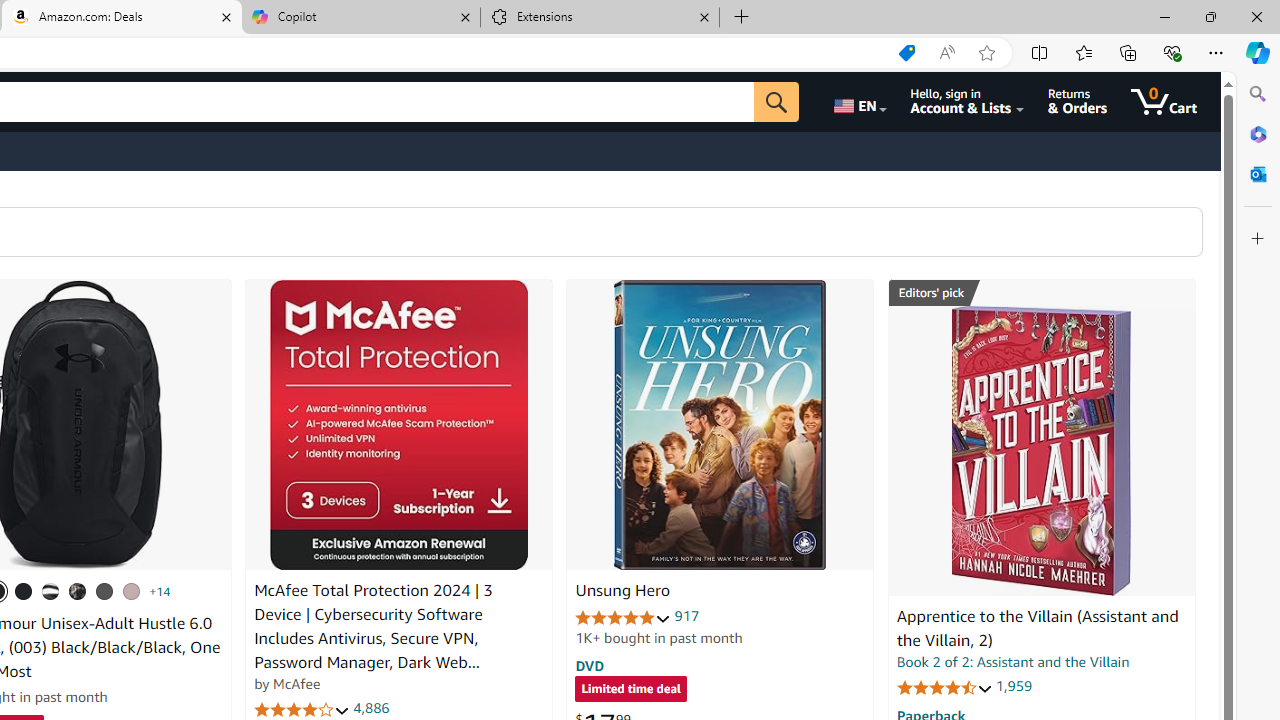 This screenshot has height=720, width=1280. Describe the element at coordinates (78, 590) in the screenshot. I see `'(004) Black / Black / Metallic Gold'` at that location.